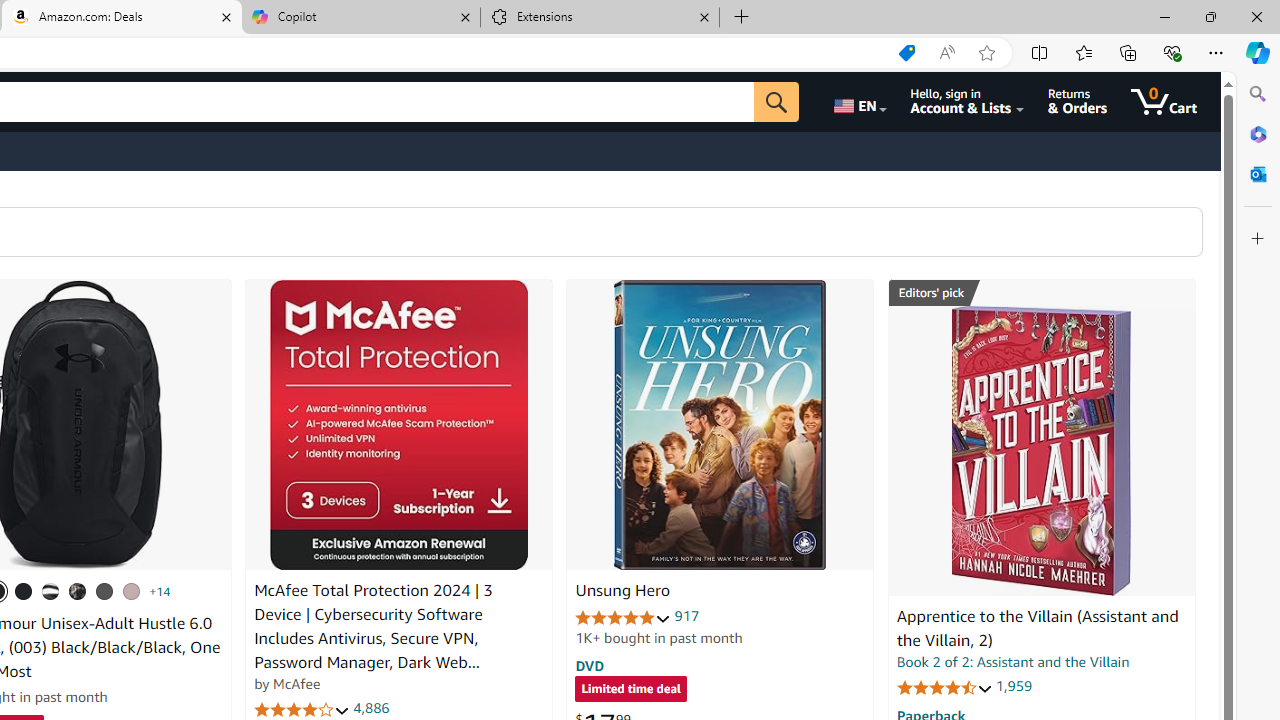 This screenshot has height=720, width=1280. Describe the element at coordinates (78, 590) in the screenshot. I see `'(004) Black / Black / Metallic Gold'` at that location.